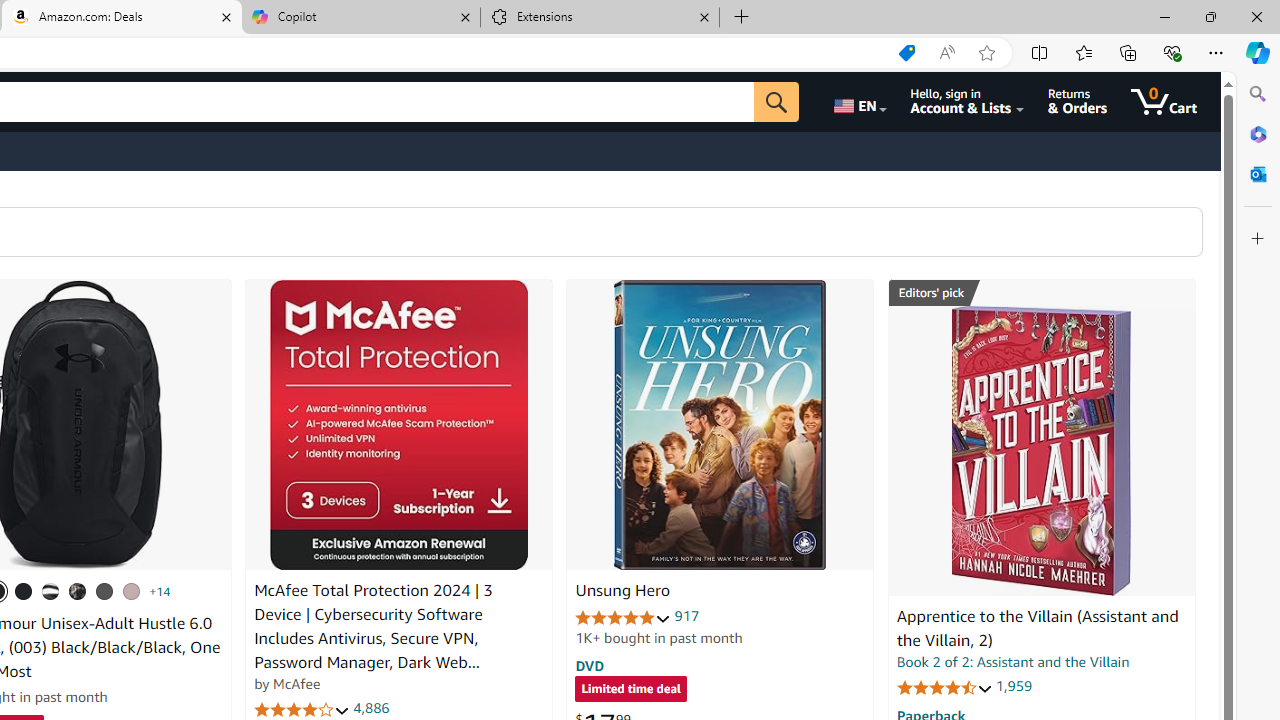 This screenshot has height=720, width=1280. Describe the element at coordinates (78, 590) in the screenshot. I see `'(004) Black / Black / Metallic Gold'` at that location.